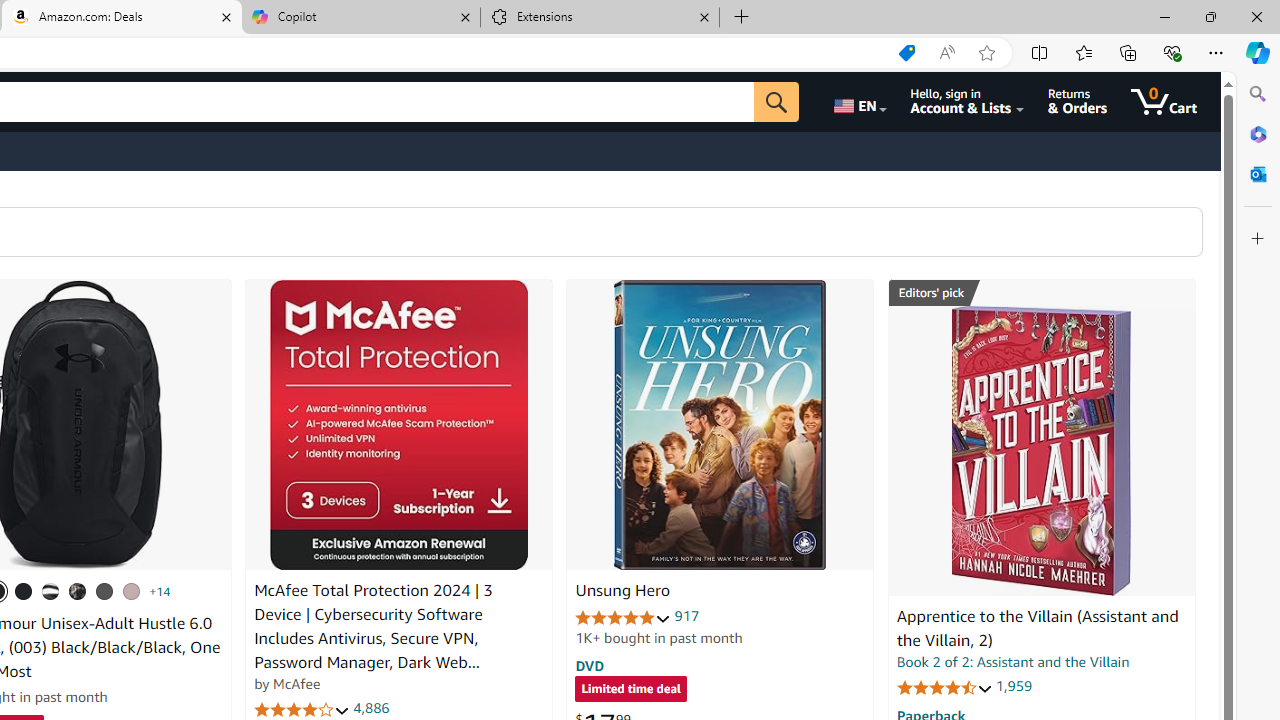 This screenshot has height=720, width=1280. Describe the element at coordinates (78, 590) in the screenshot. I see `'(004) Black / Black / Metallic Gold'` at that location.